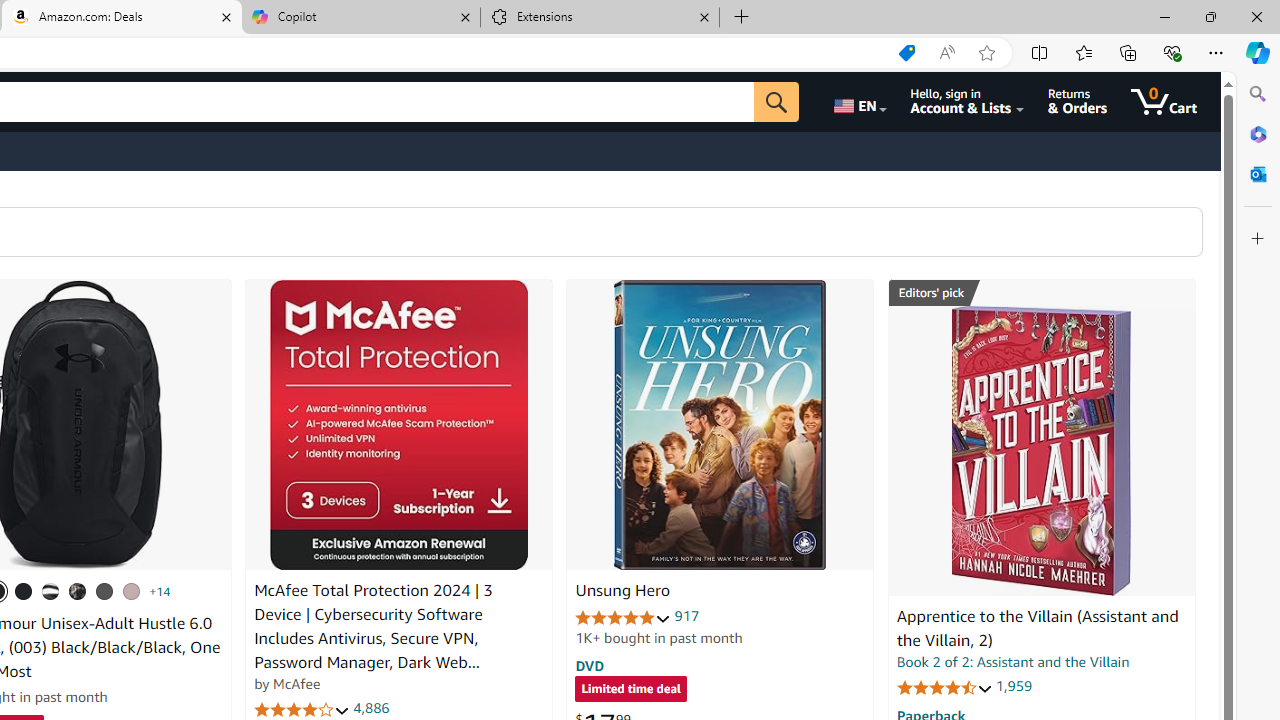 This screenshot has height=720, width=1280. Describe the element at coordinates (78, 590) in the screenshot. I see `'(004) Black / Black / Metallic Gold'` at that location.